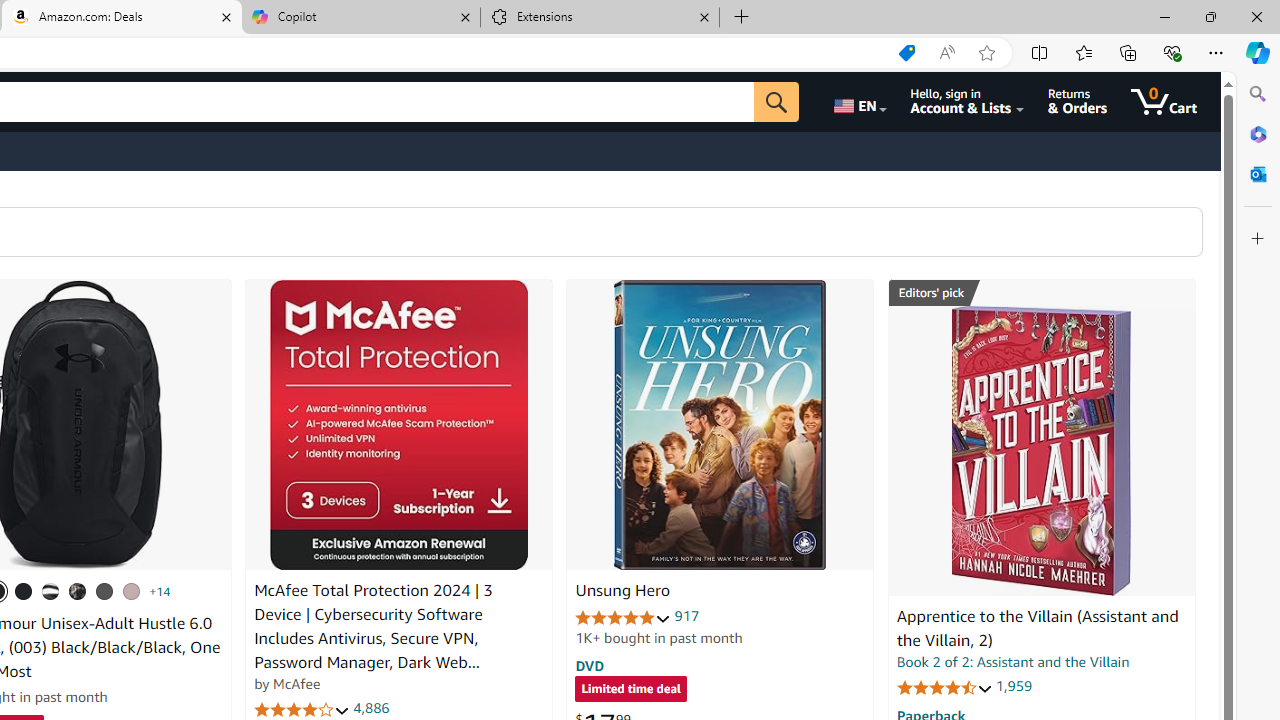 This screenshot has height=720, width=1280. Describe the element at coordinates (78, 590) in the screenshot. I see `'(004) Black / Black / Metallic Gold'` at that location.